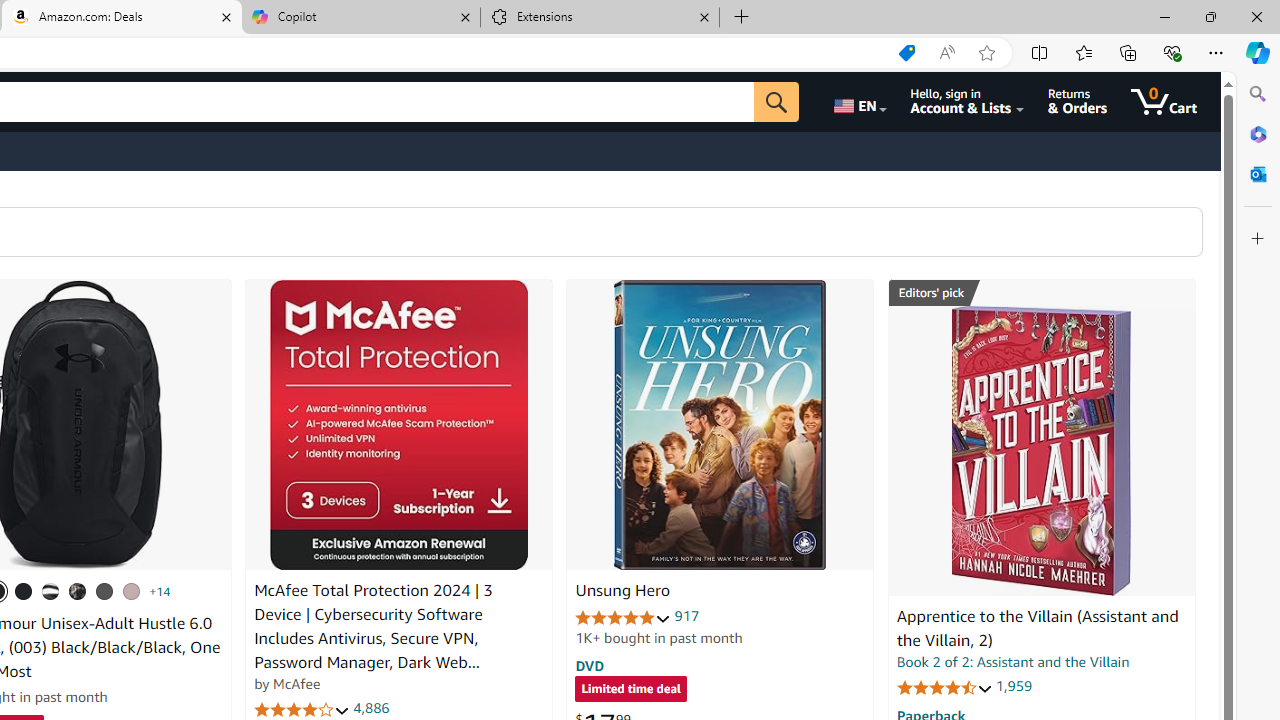 This screenshot has height=720, width=1280. Describe the element at coordinates (78, 590) in the screenshot. I see `'(004) Black / Black / Metallic Gold'` at that location.